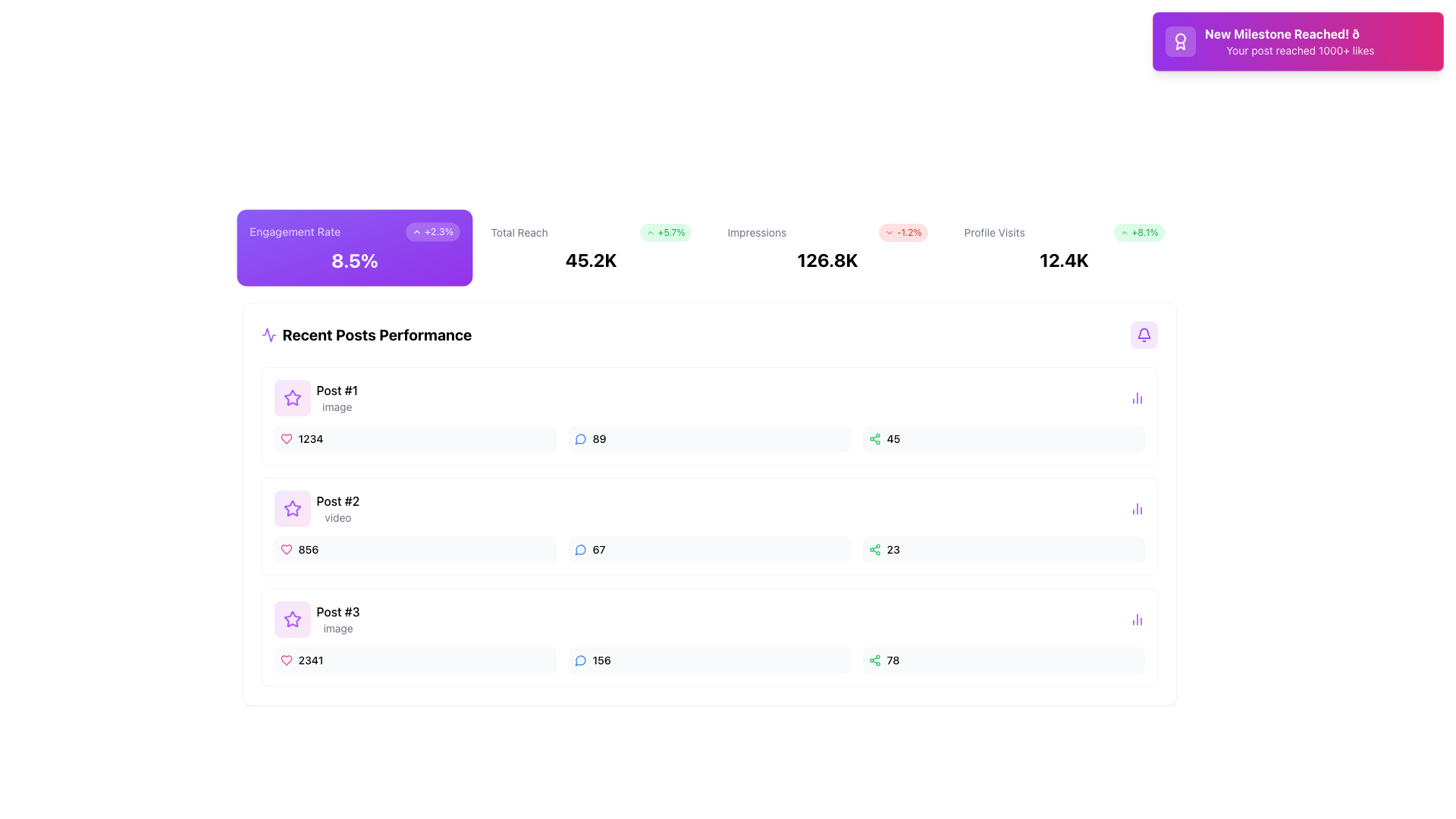  Describe the element at coordinates (874, 660) in the screenshot. I see `the share icon located at the far right of the third row in the 'Recent Posts Performance' table, adjacent to the numeric value '78'` at that location.